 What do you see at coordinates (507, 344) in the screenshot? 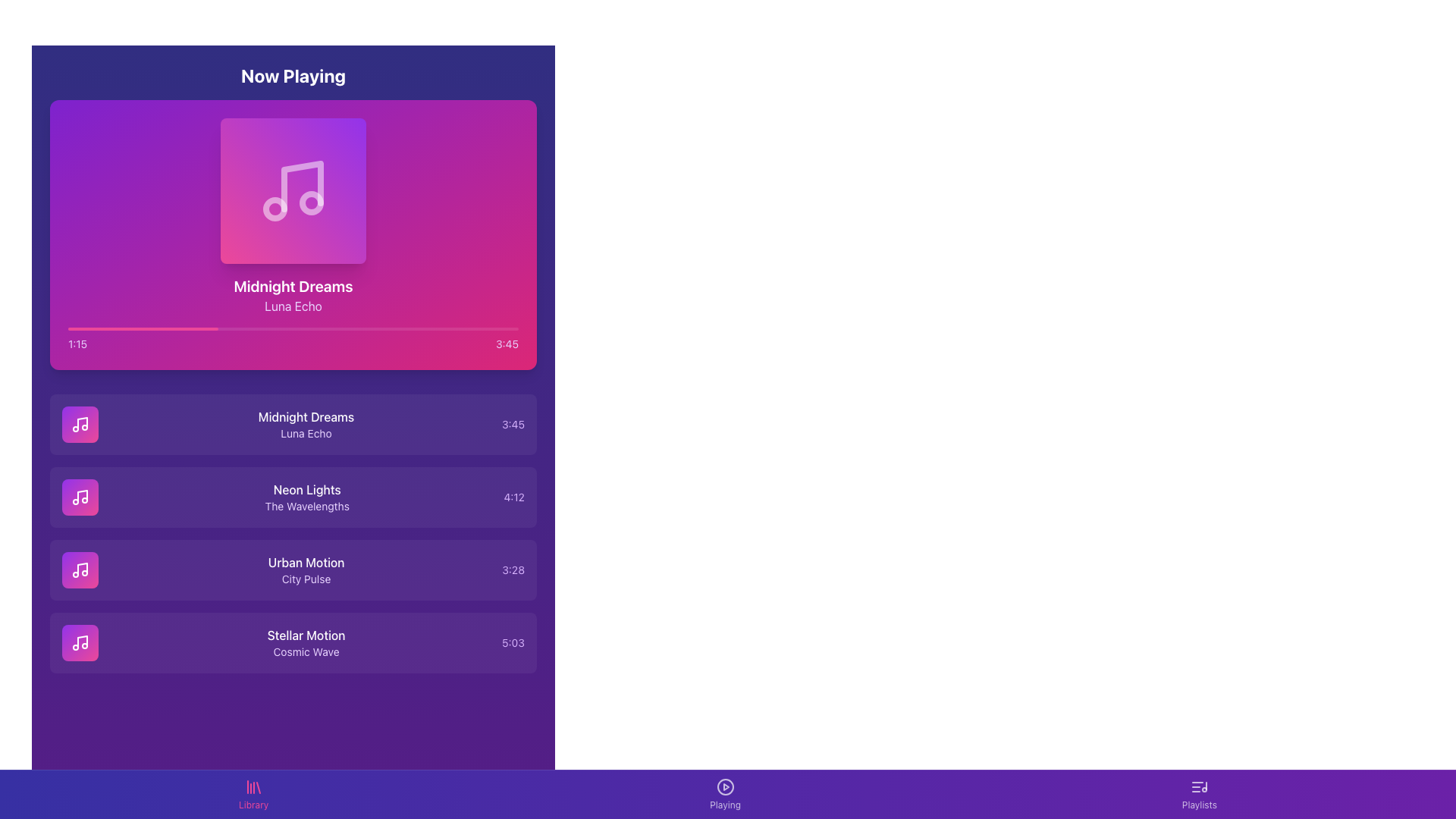
I see `the static text label displaying the total duration of the currently playing track in the lower-right corner of the 'Now Playing' section` at bounding box center [507, 344].